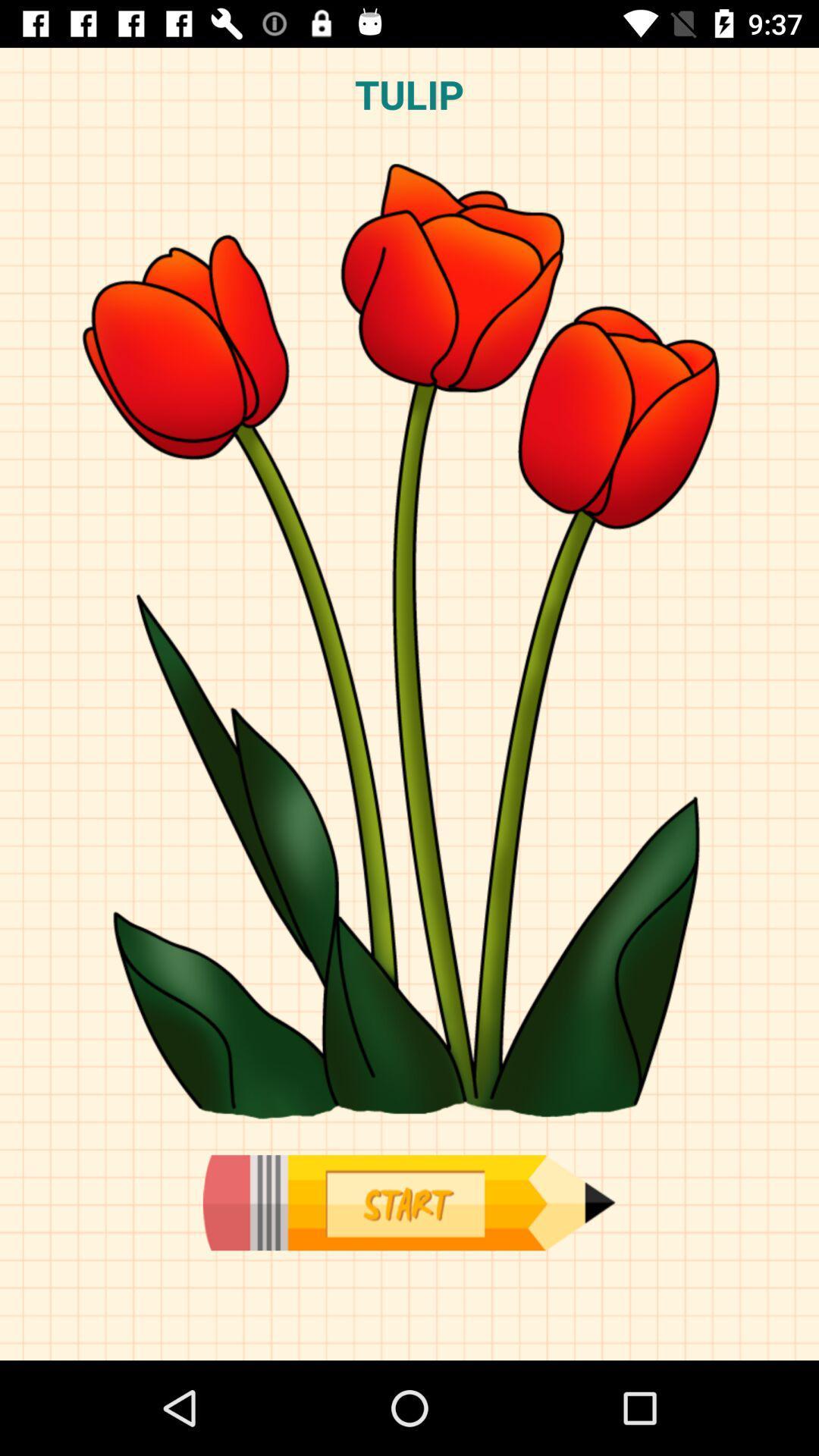  I want to click on start drawing exercise, so click(408, 1202).